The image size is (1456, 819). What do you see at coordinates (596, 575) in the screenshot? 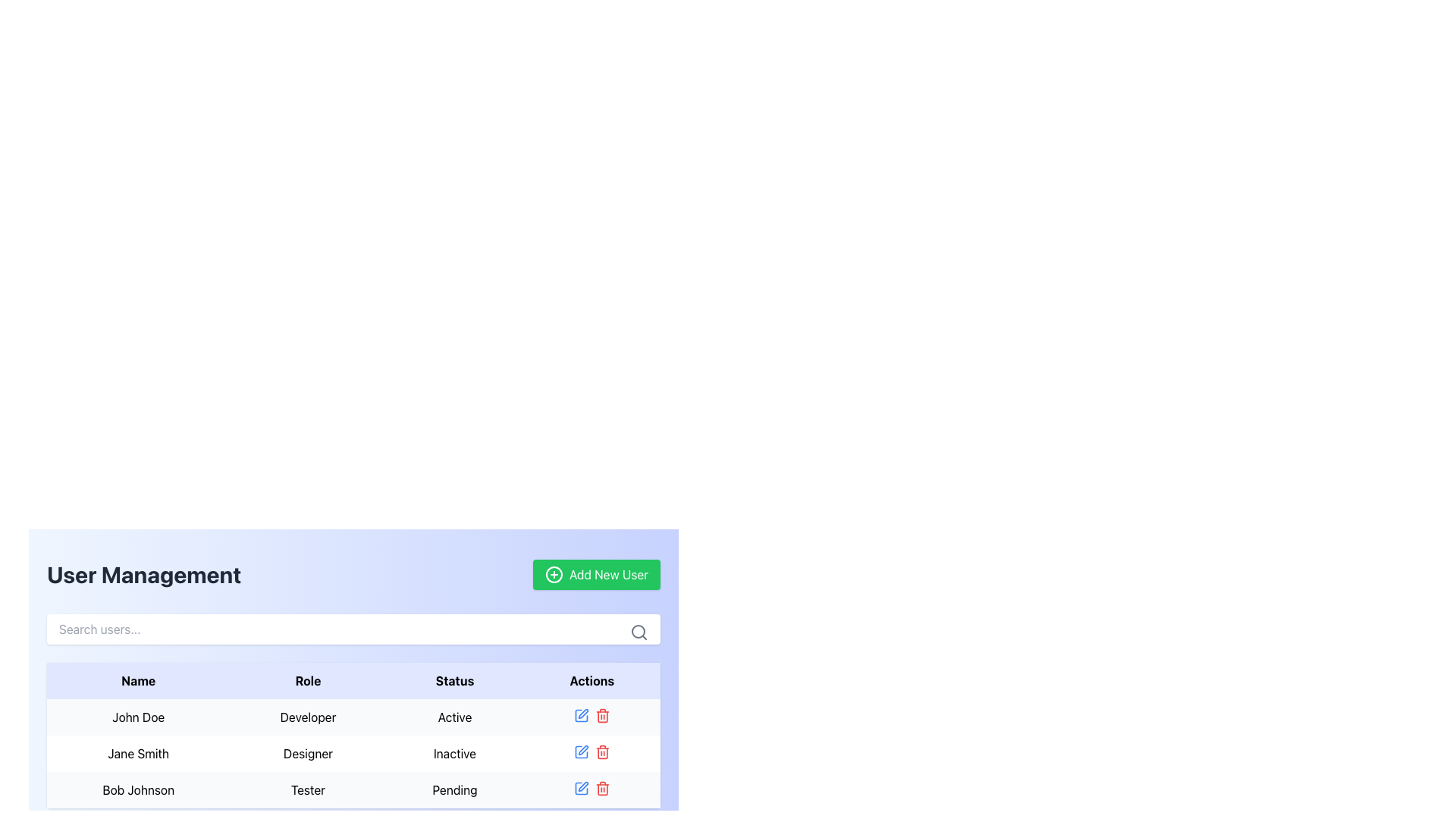
I see `the green 'Add New User' button with a plus icon` at bounding box center [596, 575].